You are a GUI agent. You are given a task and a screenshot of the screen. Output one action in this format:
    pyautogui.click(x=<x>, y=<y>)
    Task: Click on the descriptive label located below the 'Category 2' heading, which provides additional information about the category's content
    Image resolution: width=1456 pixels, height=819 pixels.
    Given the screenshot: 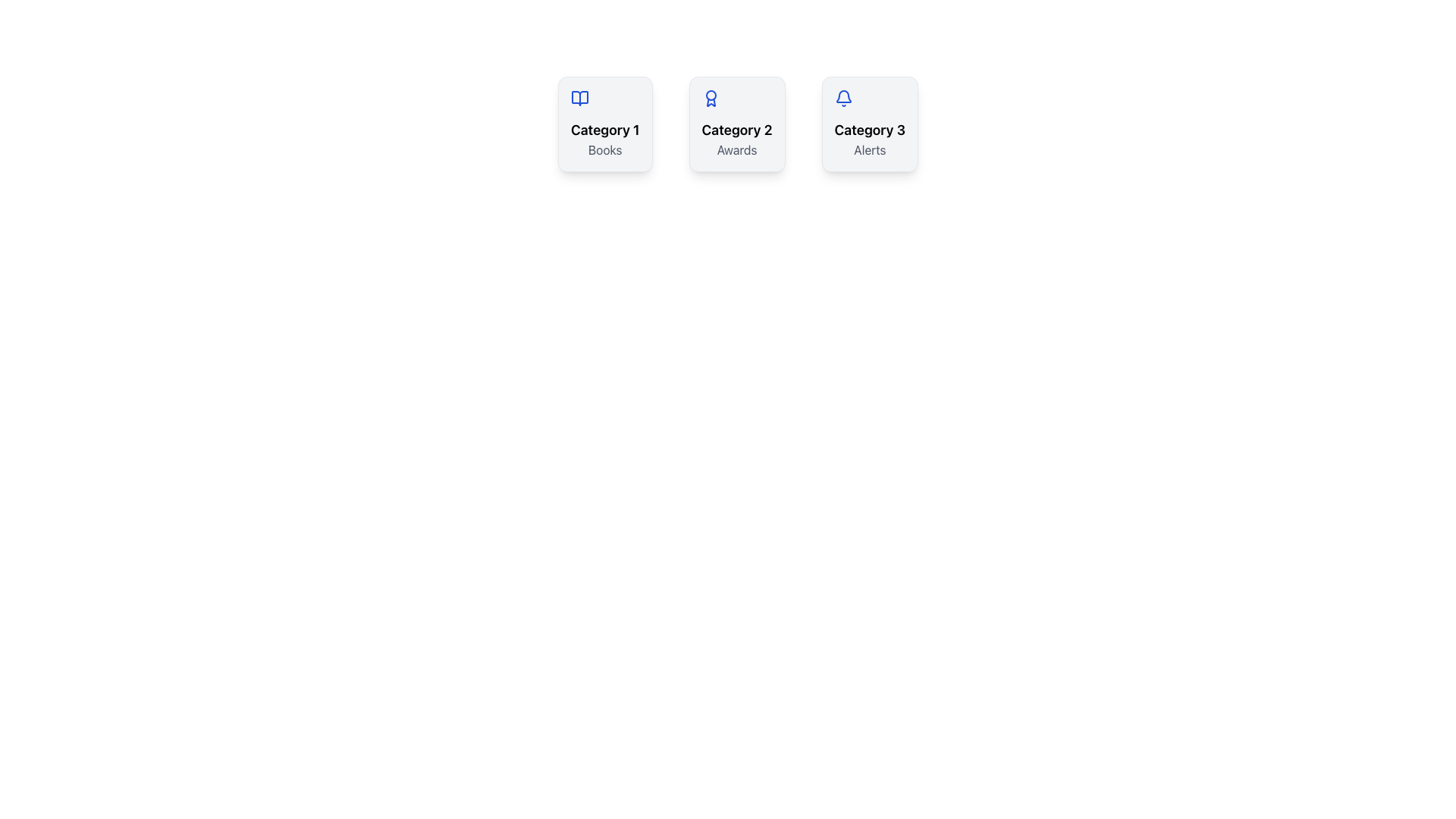 What is the action you would take?
    pyautogui.click(x=737, y=149)
    